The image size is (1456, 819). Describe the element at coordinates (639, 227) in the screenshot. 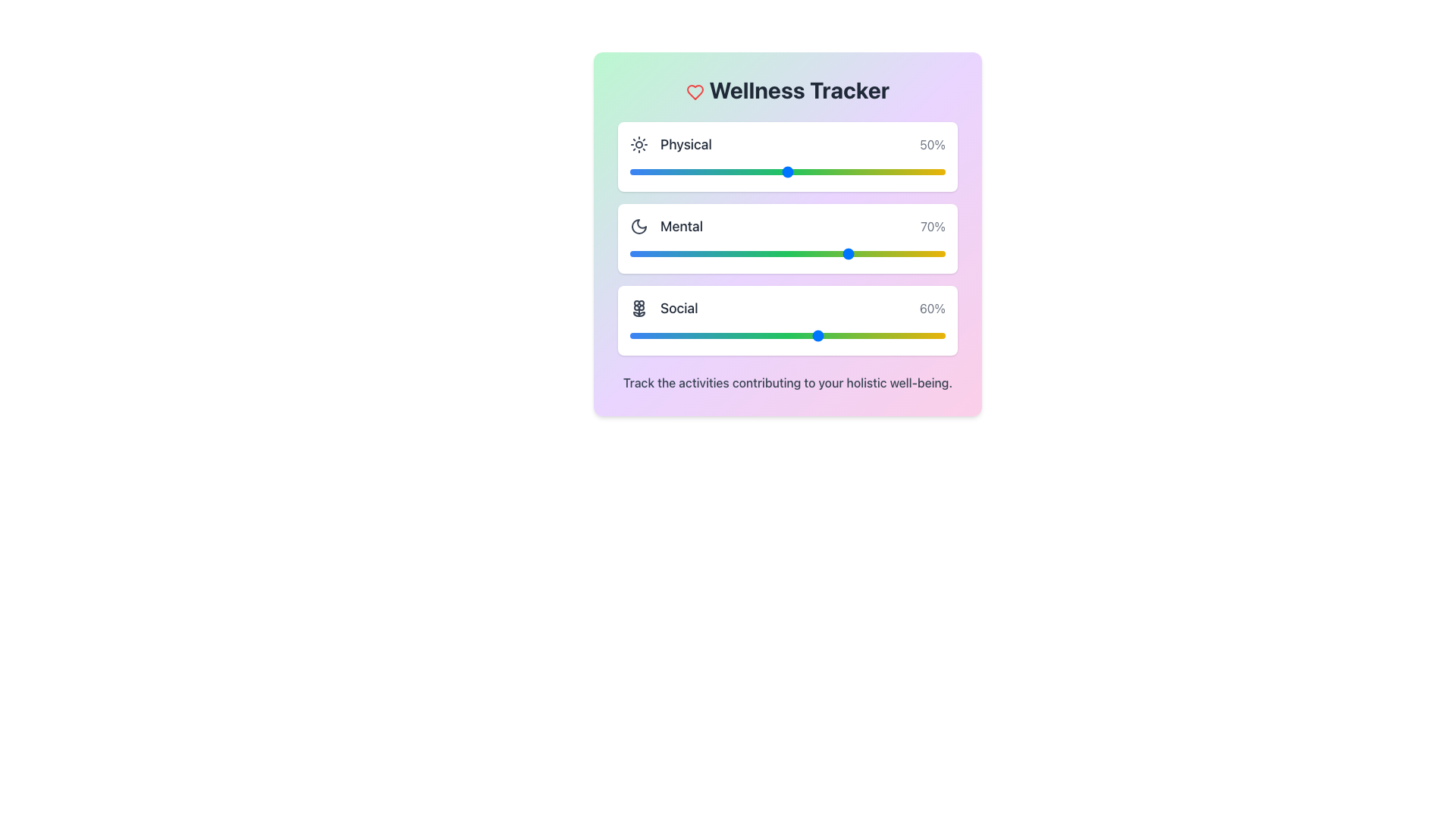

I see `the icon representing the 'Mental' category in the 'Wellness Tracker' interface, located in the second row to the left of the 'Mental' label` at that location.